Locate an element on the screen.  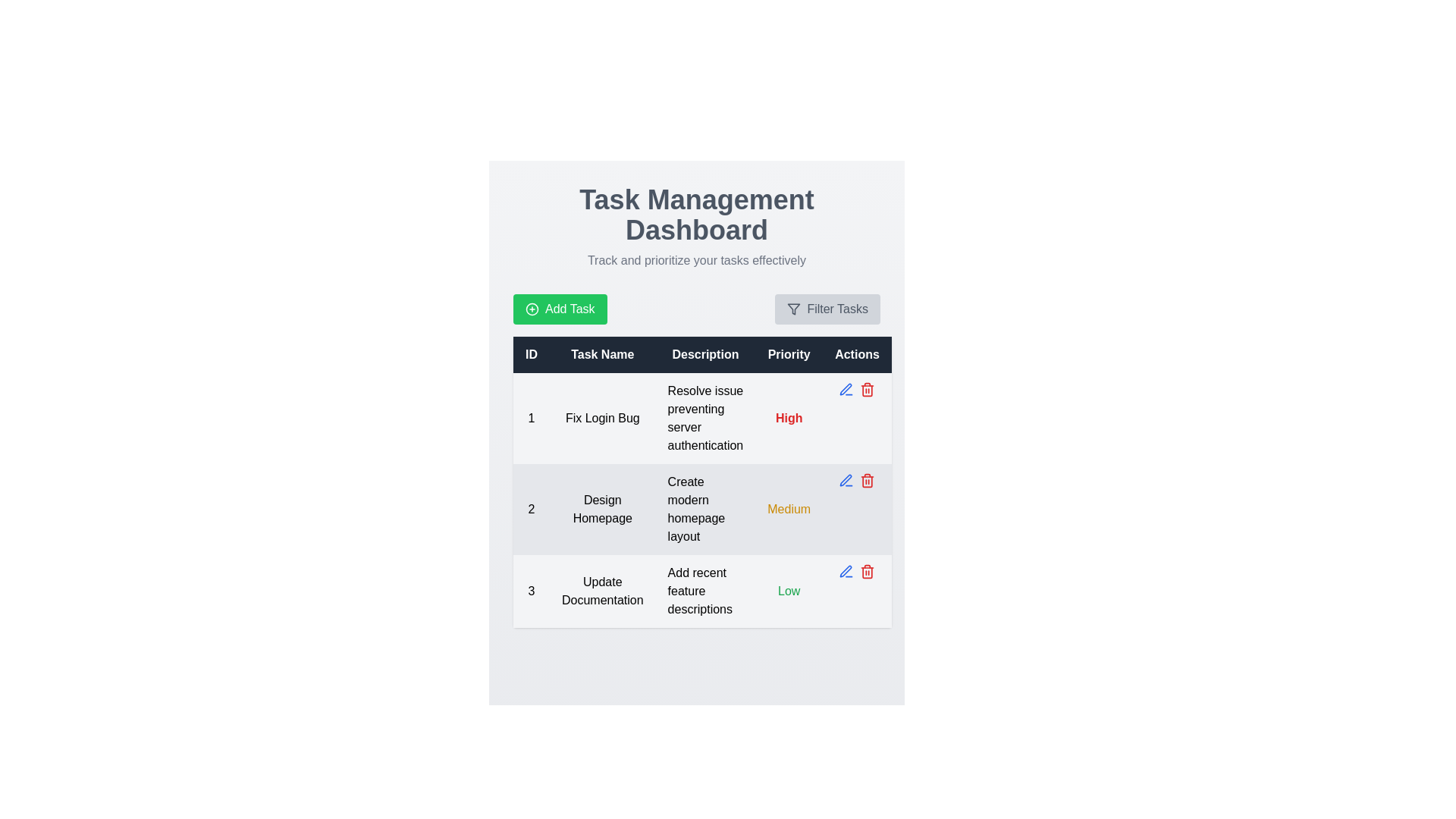
the Icon button in the 'Actions' column of the second row for the 'Design Homepage' task is located at coordinates (846, 480).